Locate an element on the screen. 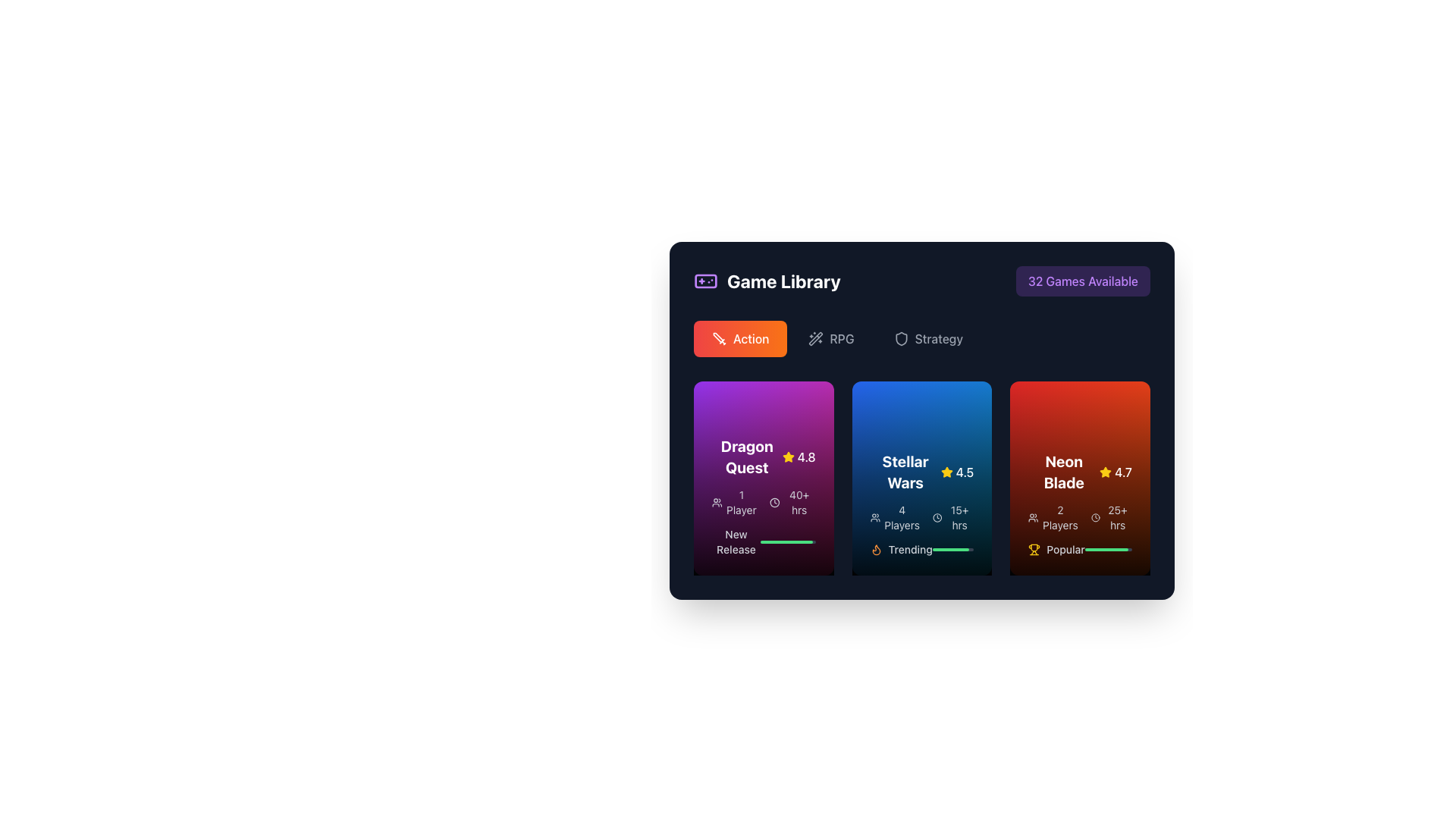 The image size is (1456, 819). the Background Rectangle that serves as the structural base for the game controller icon next to the 'Game Library' header is located at coordinates (705, 281).